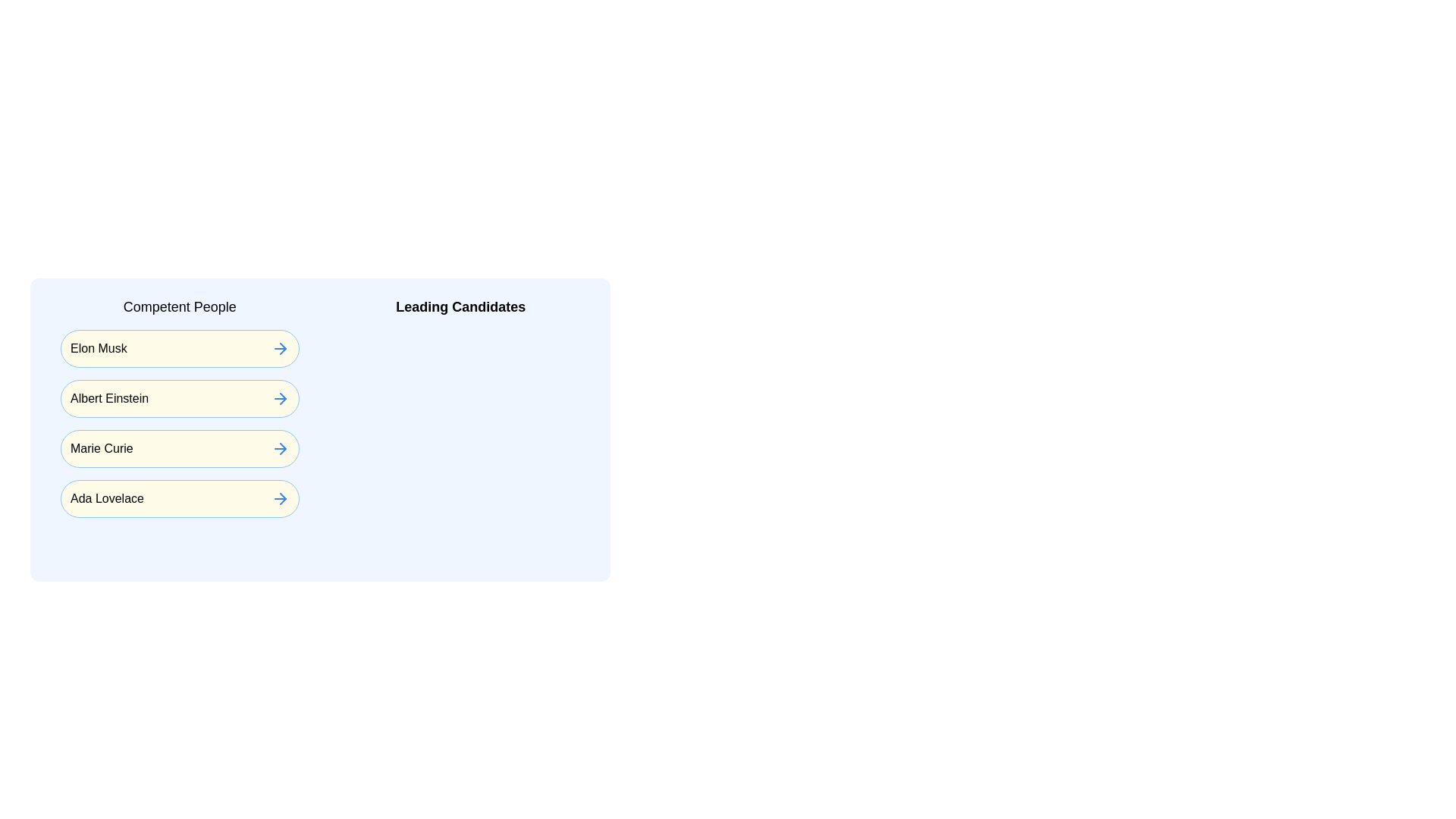 The height and width of the screenshot is (819, 1456). Describe the element at coordinates (280, 447) in the screenshot. I see `arrow next to the name of Marie Curie in the 'Competent People' list to assign them to 'Leading Candidates'` at that location.